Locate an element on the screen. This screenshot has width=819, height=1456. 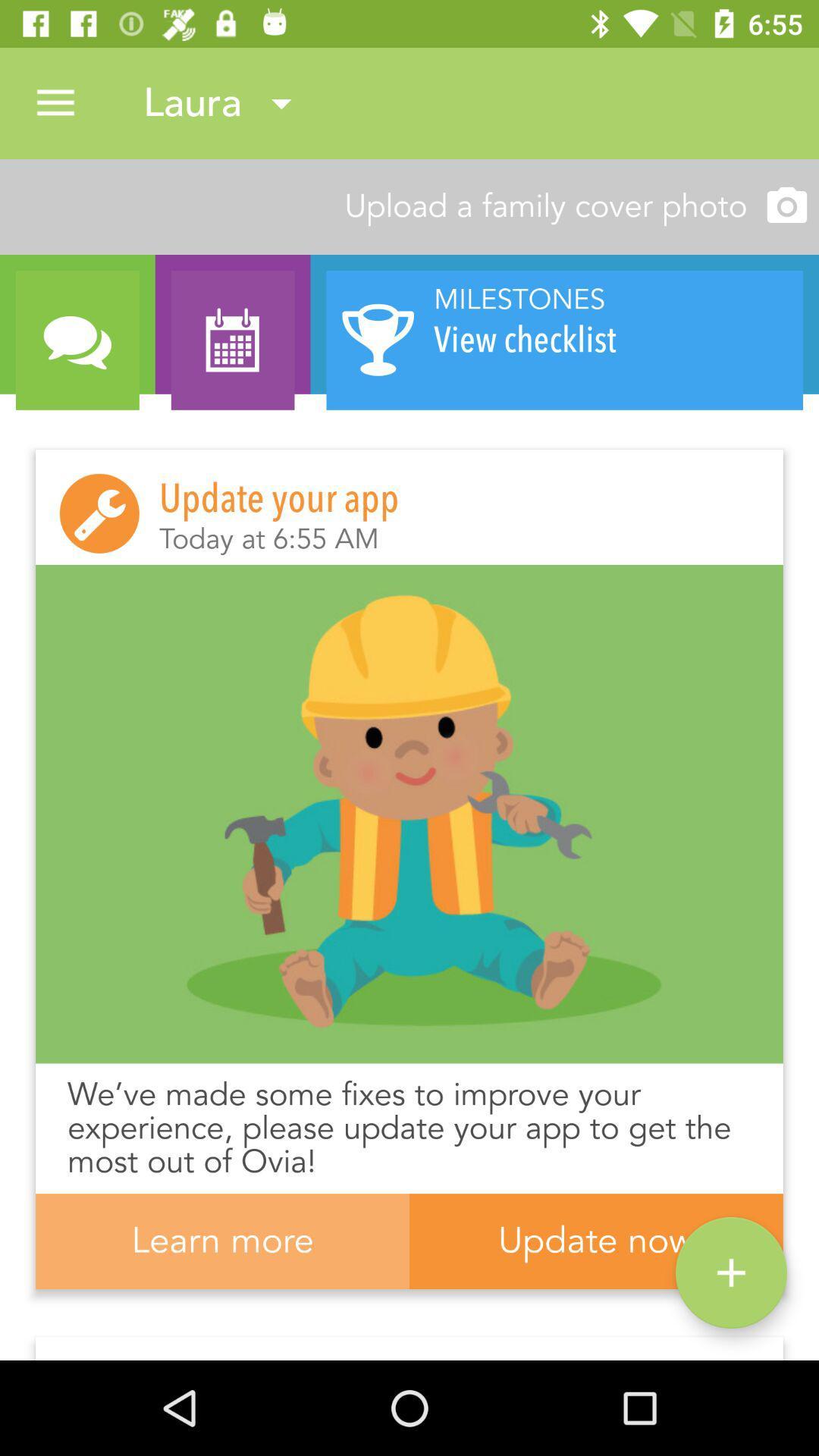
upload a family is located at coordinates (409, 206).